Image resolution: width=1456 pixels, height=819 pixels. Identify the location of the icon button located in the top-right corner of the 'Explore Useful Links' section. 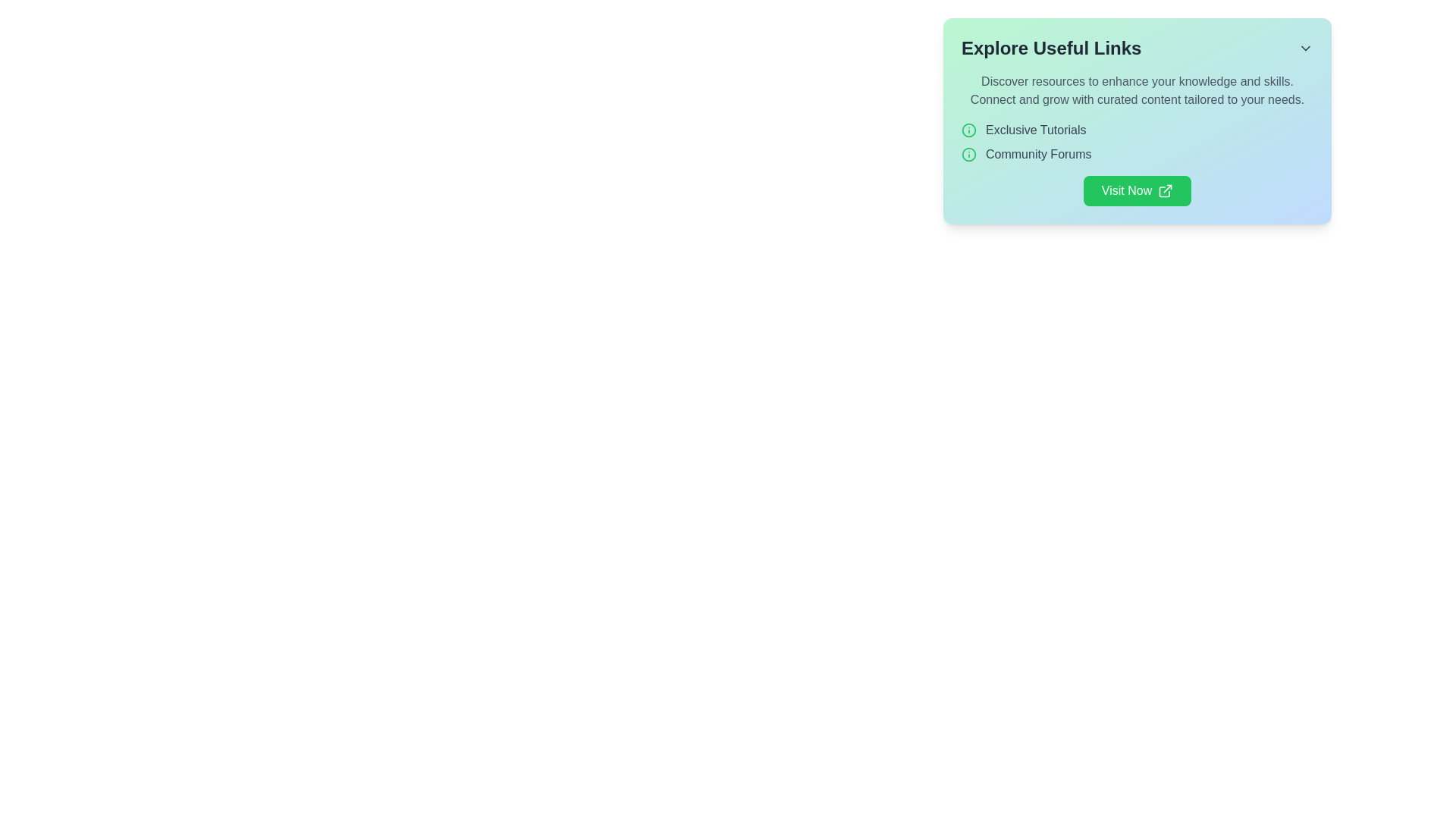
(1305, 48).